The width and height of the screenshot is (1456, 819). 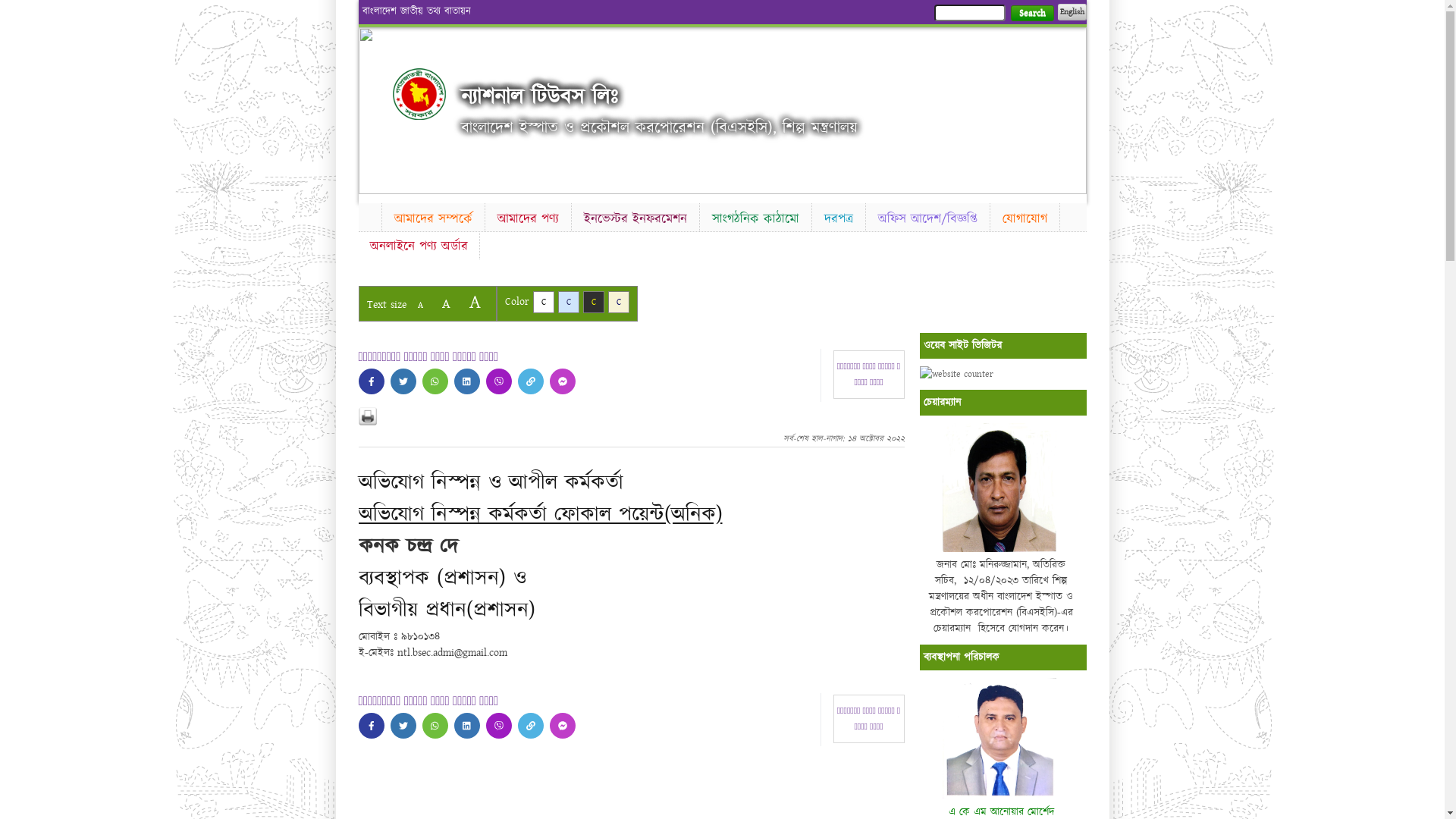 I want to click on 'A', so click(x=473, y=302).